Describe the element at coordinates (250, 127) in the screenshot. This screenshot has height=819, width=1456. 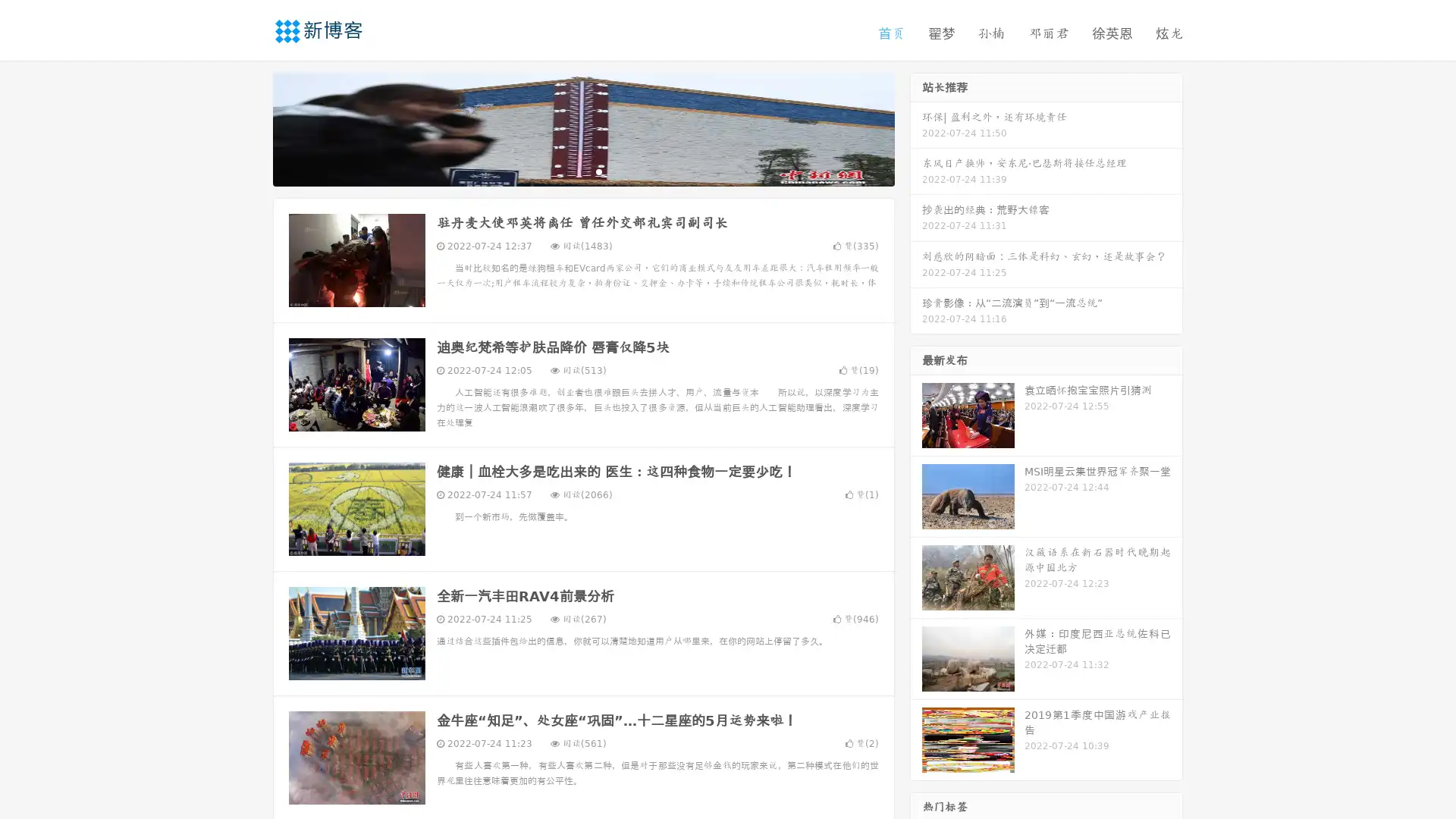
I see `Previous slide` at that location.